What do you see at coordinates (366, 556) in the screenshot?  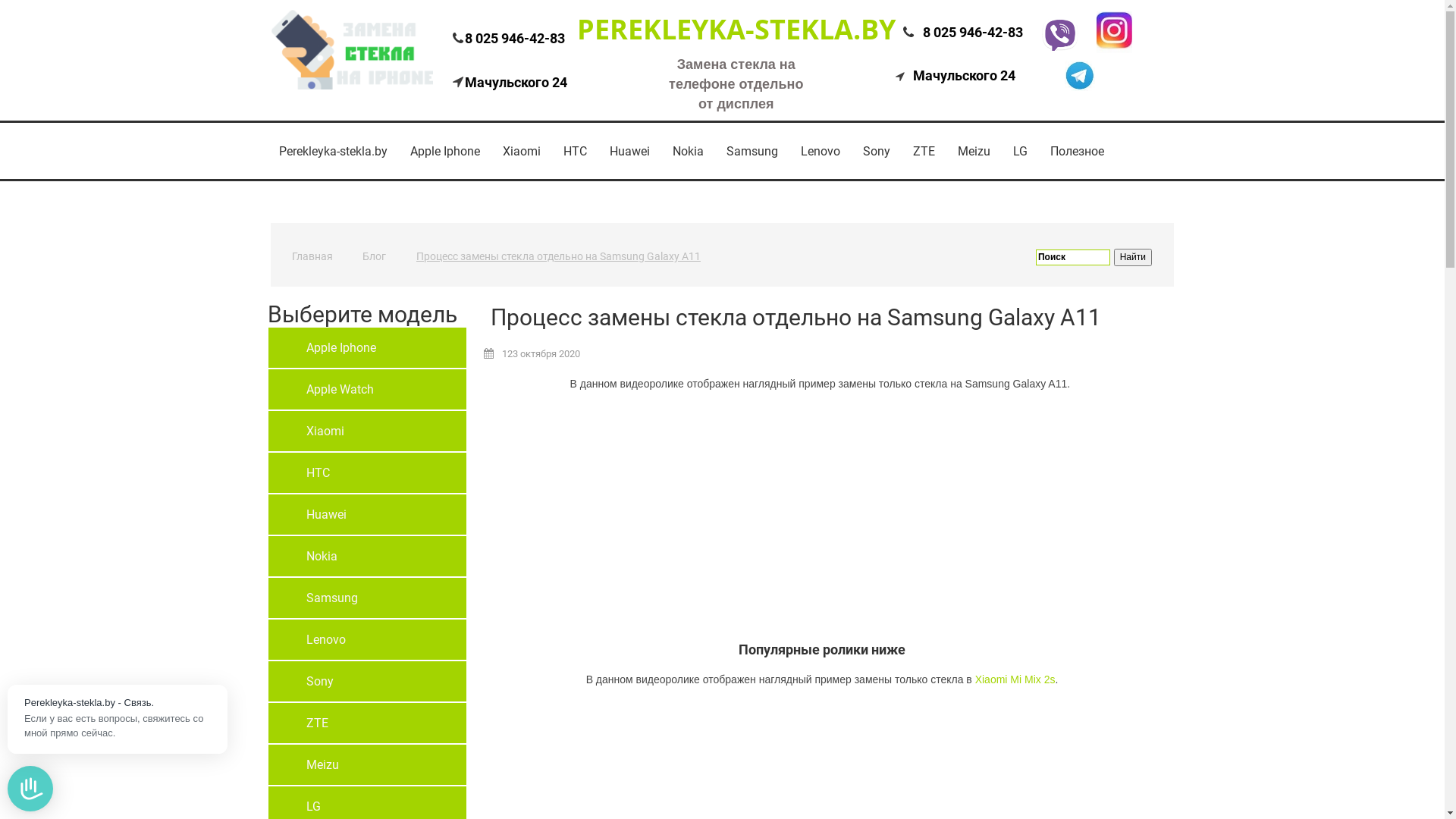 I see `'Nokia'` at bounding box center [366, 556].